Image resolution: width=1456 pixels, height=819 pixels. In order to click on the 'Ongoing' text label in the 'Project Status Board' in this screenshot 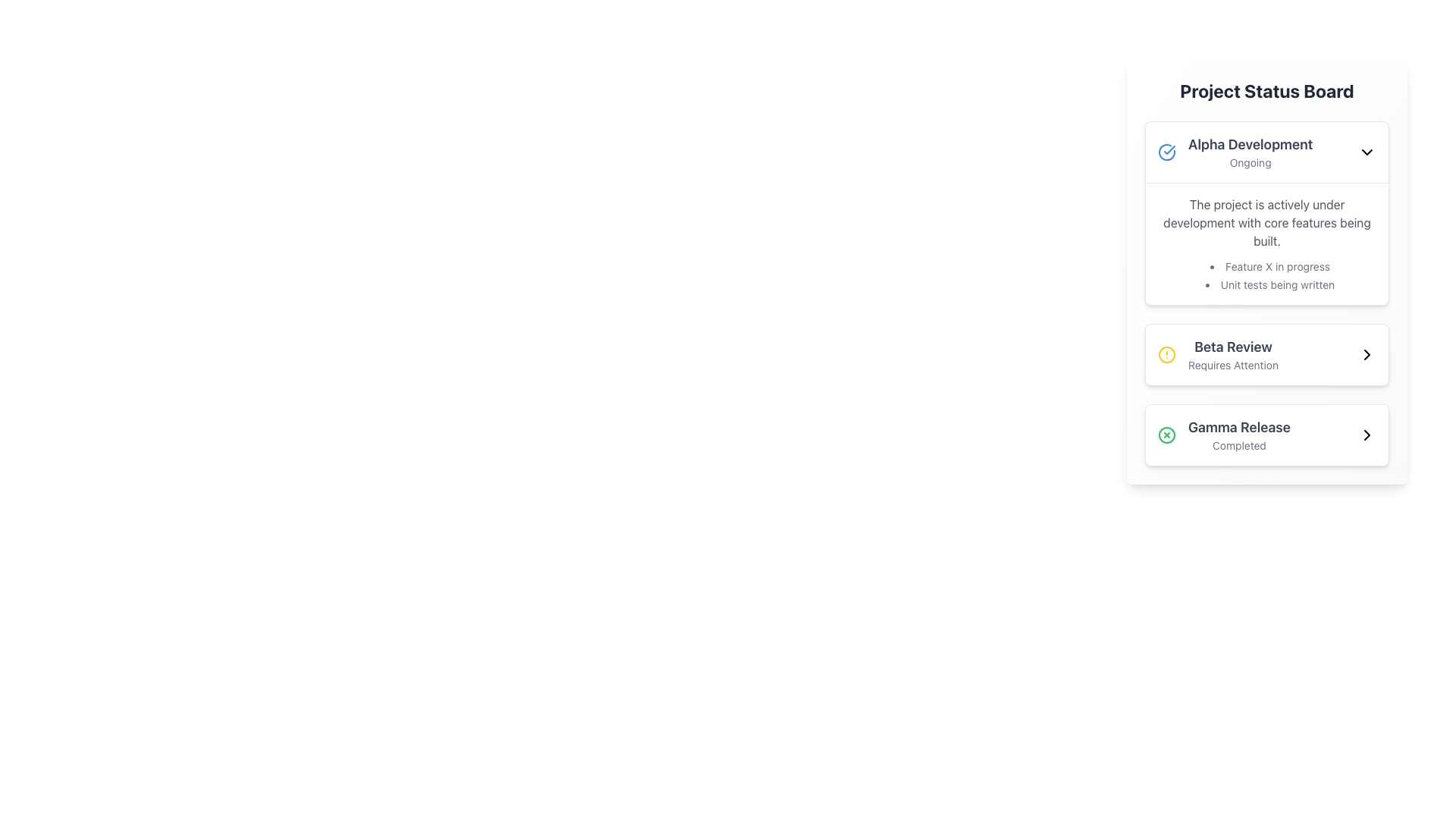, I will do `click(1250, 163)`.